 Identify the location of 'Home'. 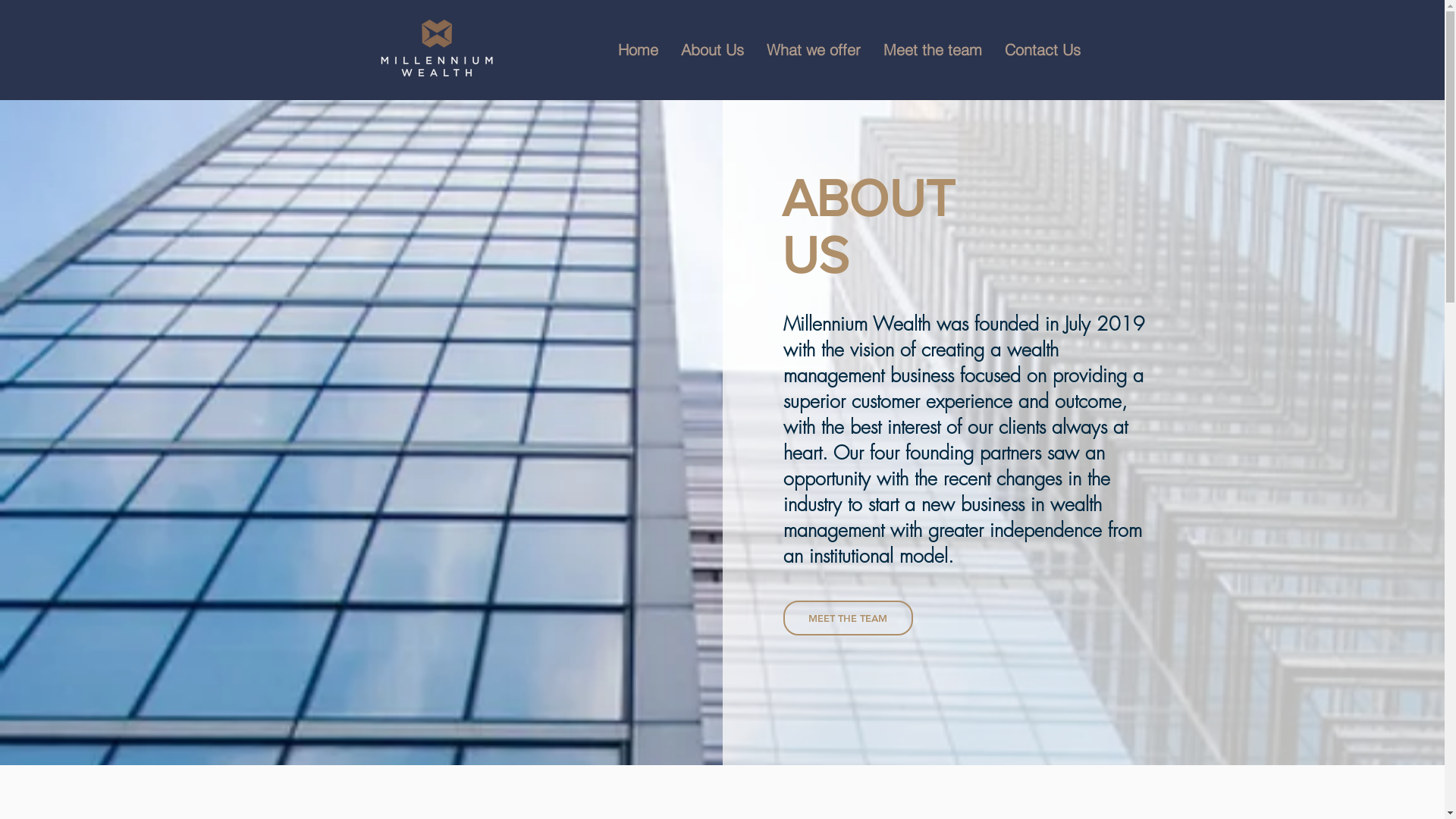
(607, 49).